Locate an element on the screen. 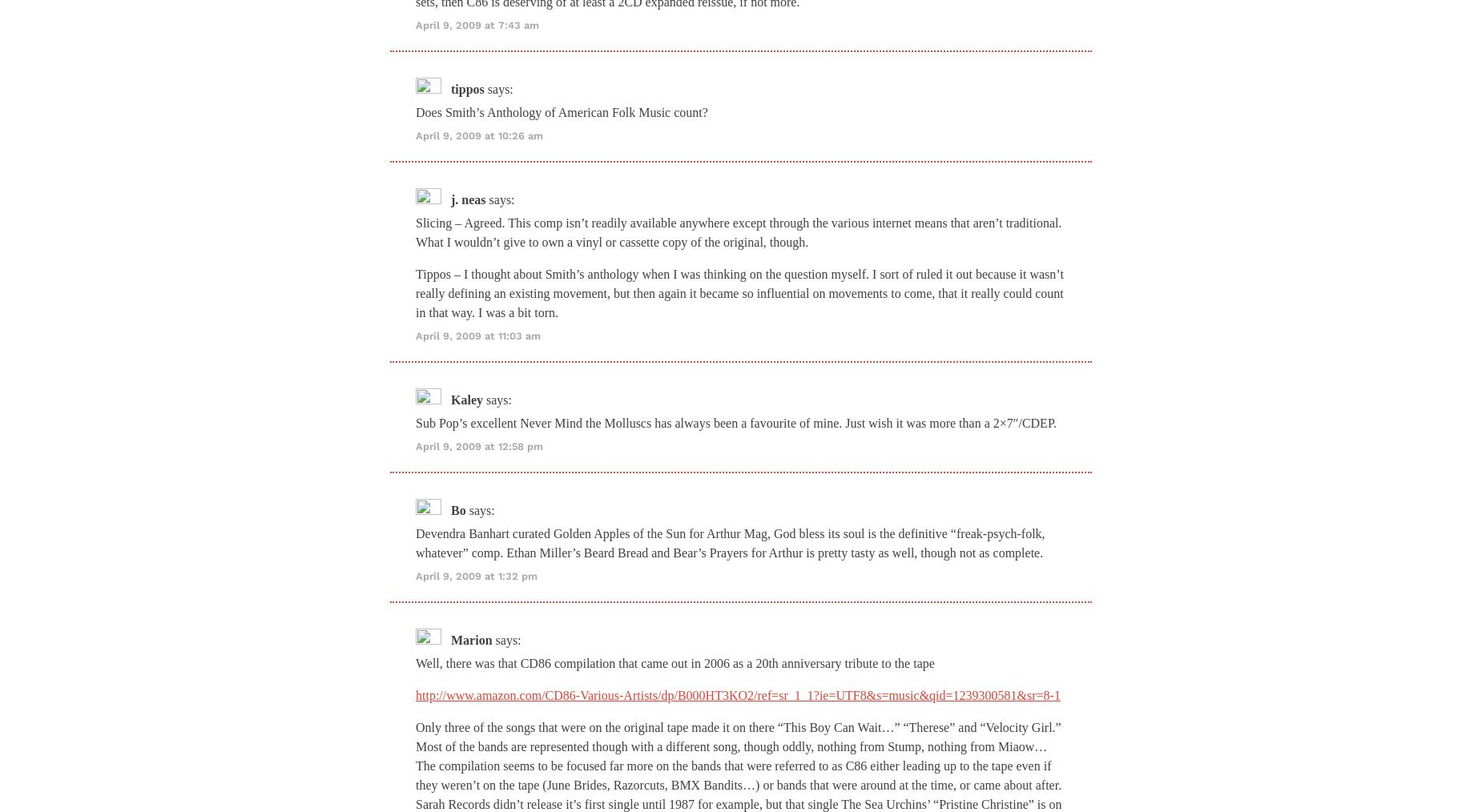 The height and width of the screenshot is (812, 1482). 'Slicing – Agreed.  This comp isn’t readily available anywhere except through the various internet means that aren’t traditional.  What I wouldn’t give to own a vinyl or cassette copy of the original, though.' is located at coordinates (739, 231).